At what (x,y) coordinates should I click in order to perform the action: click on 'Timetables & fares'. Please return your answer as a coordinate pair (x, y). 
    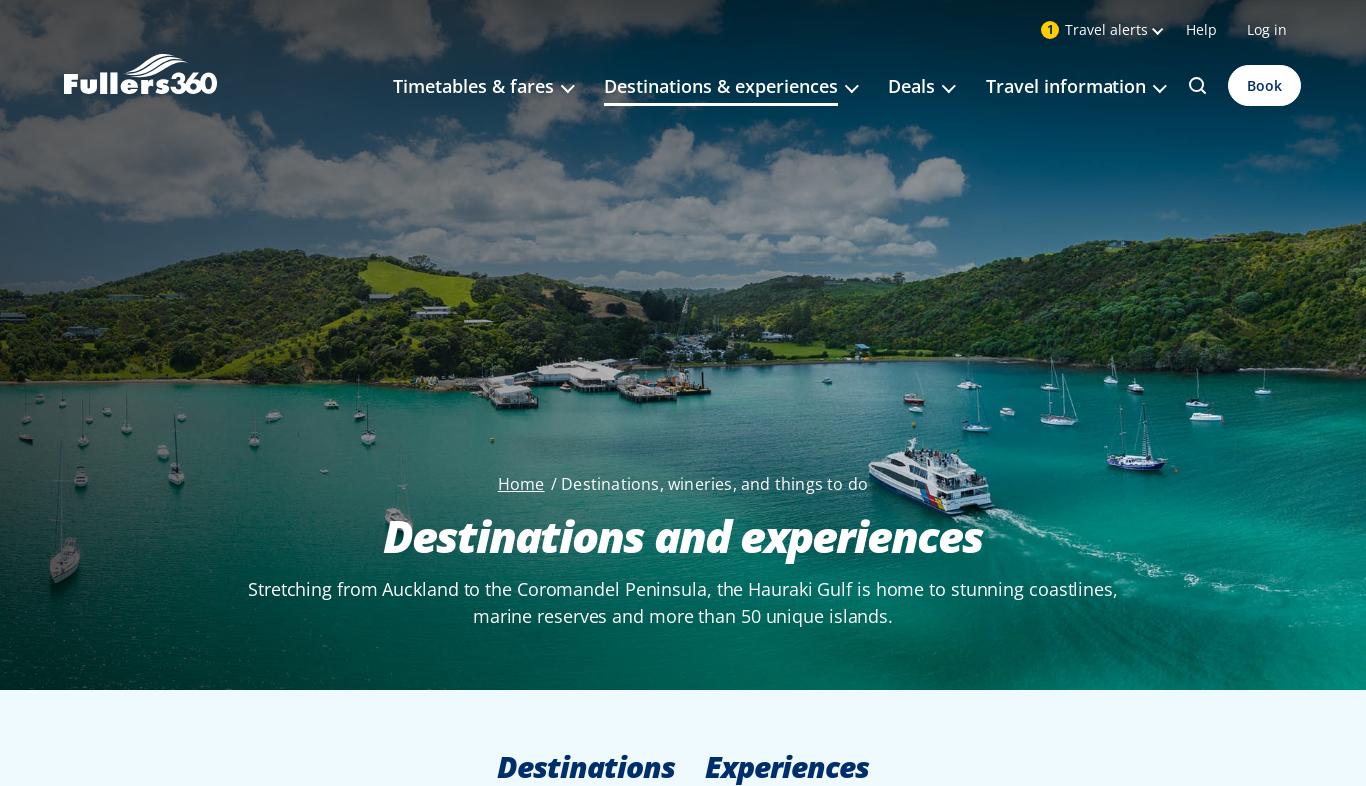
    Looking at the image, I should click on (472, 84).